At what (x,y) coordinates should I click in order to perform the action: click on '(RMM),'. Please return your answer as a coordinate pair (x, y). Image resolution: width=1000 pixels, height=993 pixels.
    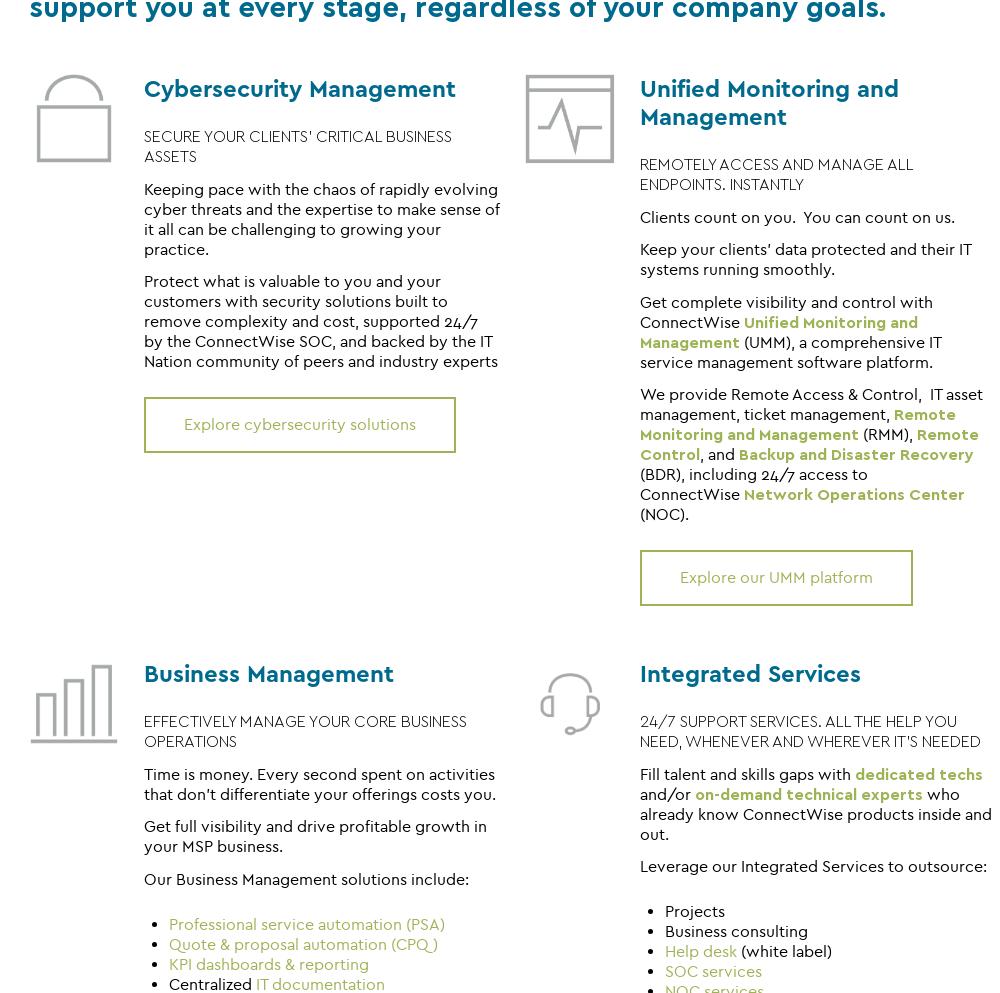
    Looking at the image, I should click on (888, 434).